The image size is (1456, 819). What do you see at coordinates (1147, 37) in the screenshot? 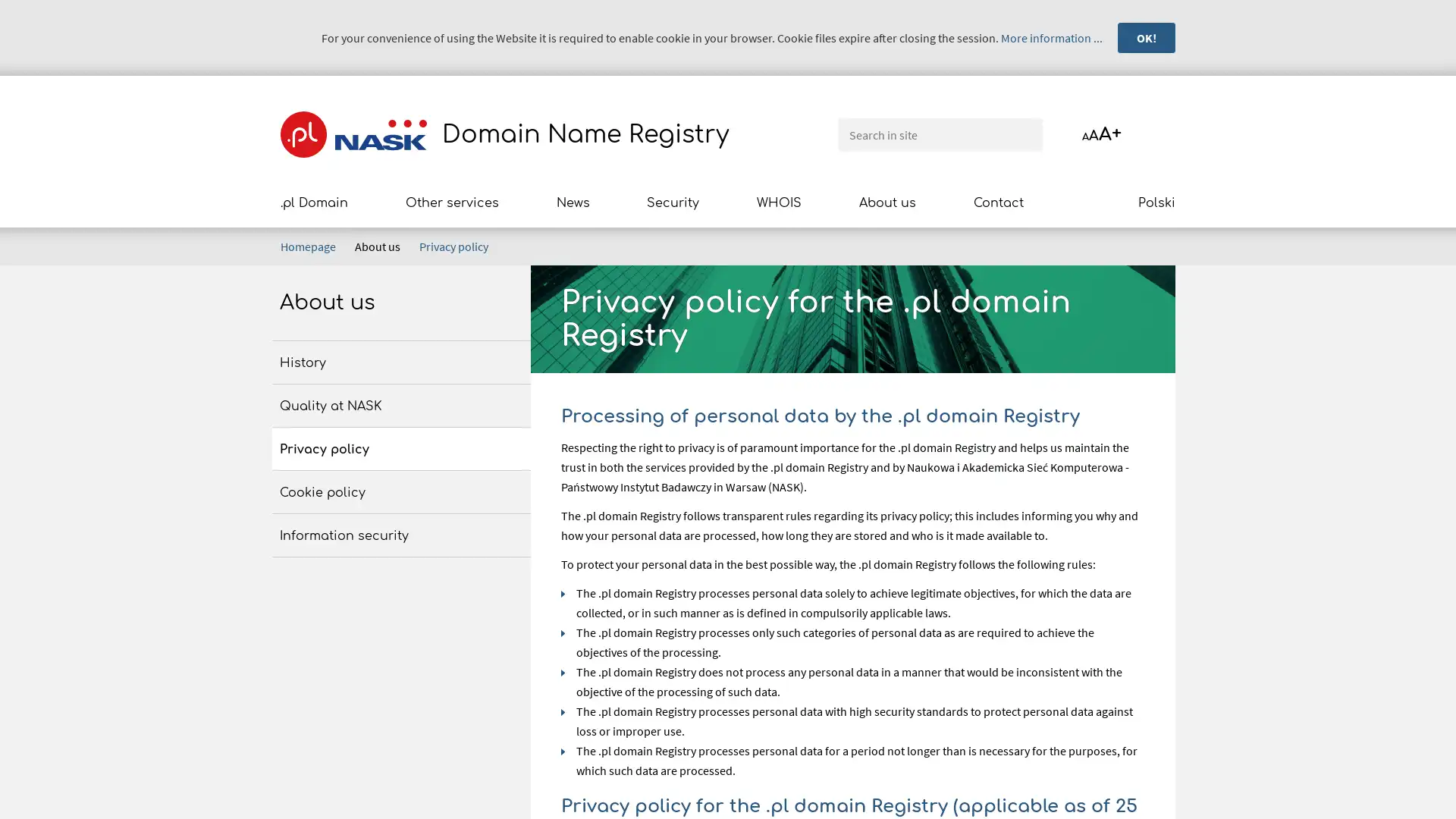
I see `OK!` at bounding box center [1147, 37].